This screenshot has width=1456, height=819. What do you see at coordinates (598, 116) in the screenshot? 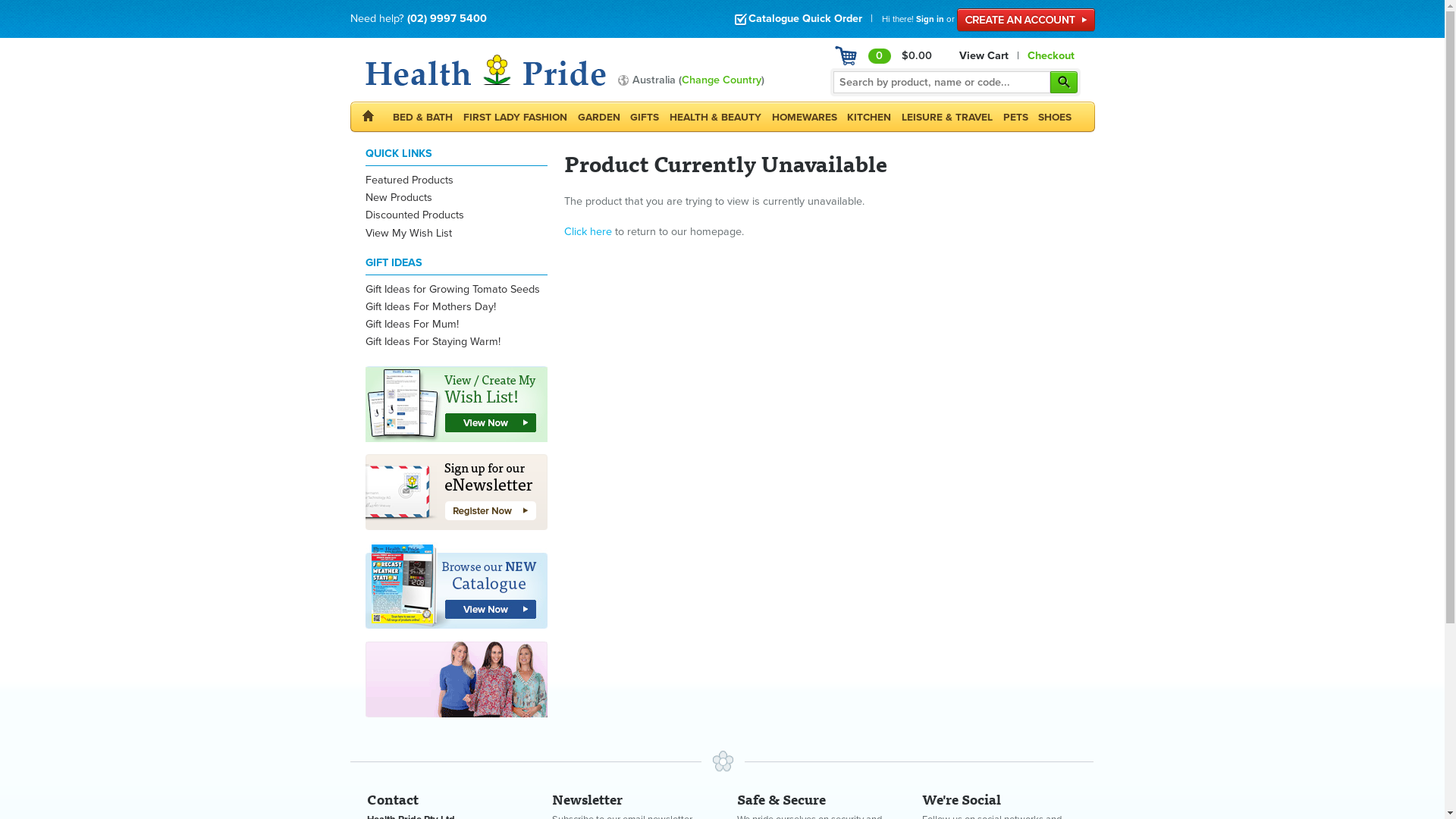
I see `'GARDEN'` at bounding box center [598, 116].